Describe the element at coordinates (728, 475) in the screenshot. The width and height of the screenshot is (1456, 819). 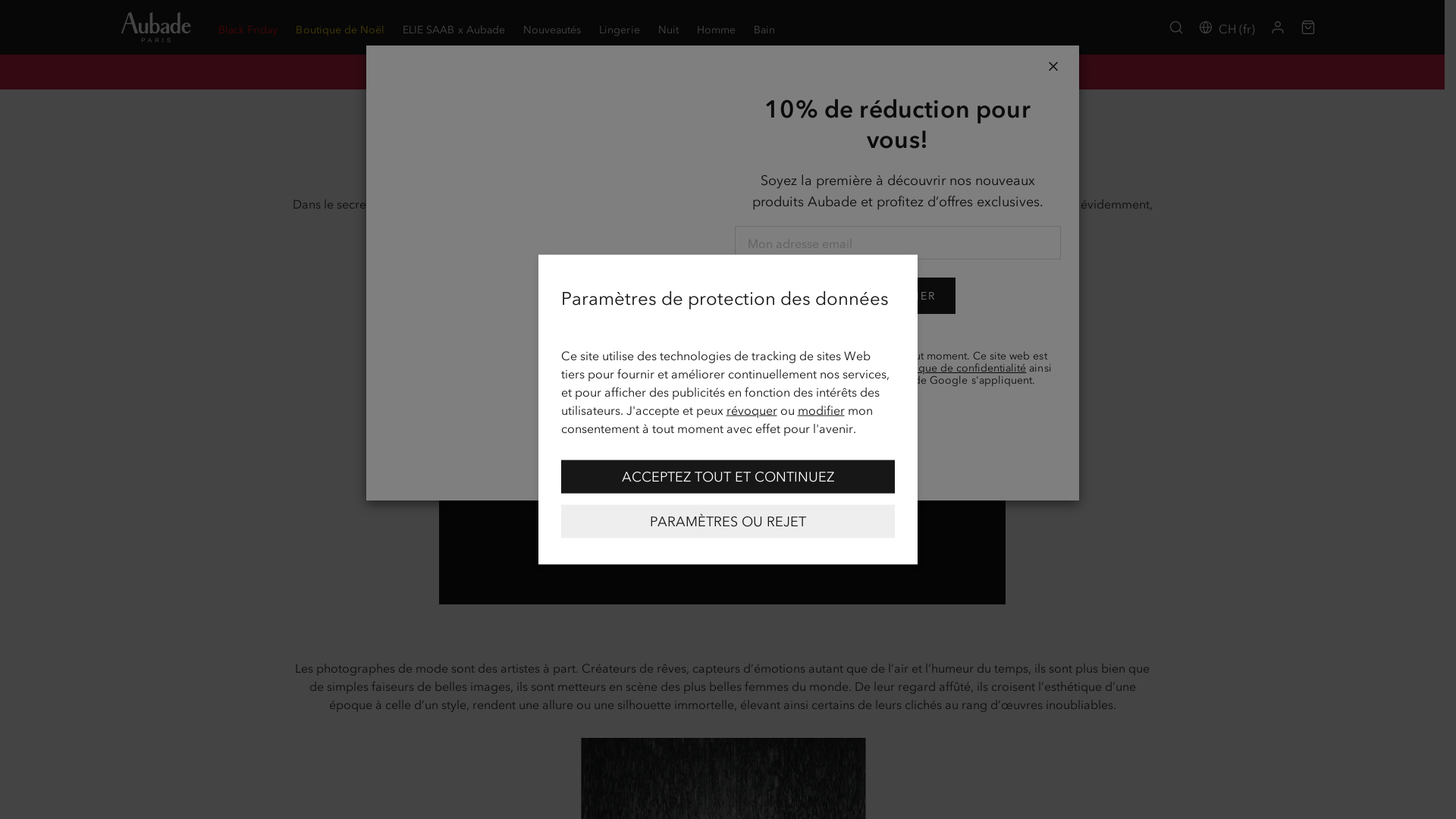
I see `'ACCEPTEZ TOUT ET CONTINUEZ'` at that location.